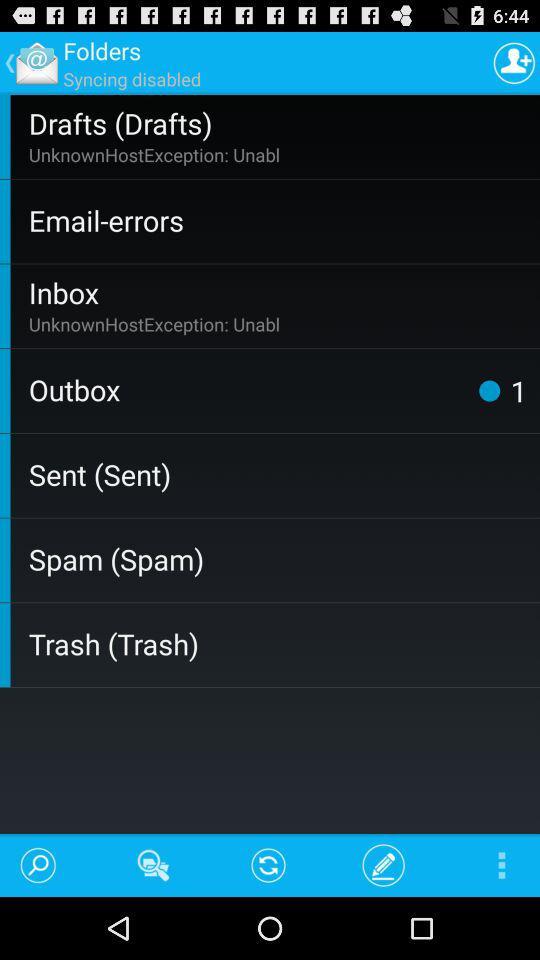 The height and width of the screenshot is (960, 540). What do you see at coordinates (279, 219) in the screenshot?
I see `icon below the unknownhostexception: unabl app` at bounding box center [279, 219].